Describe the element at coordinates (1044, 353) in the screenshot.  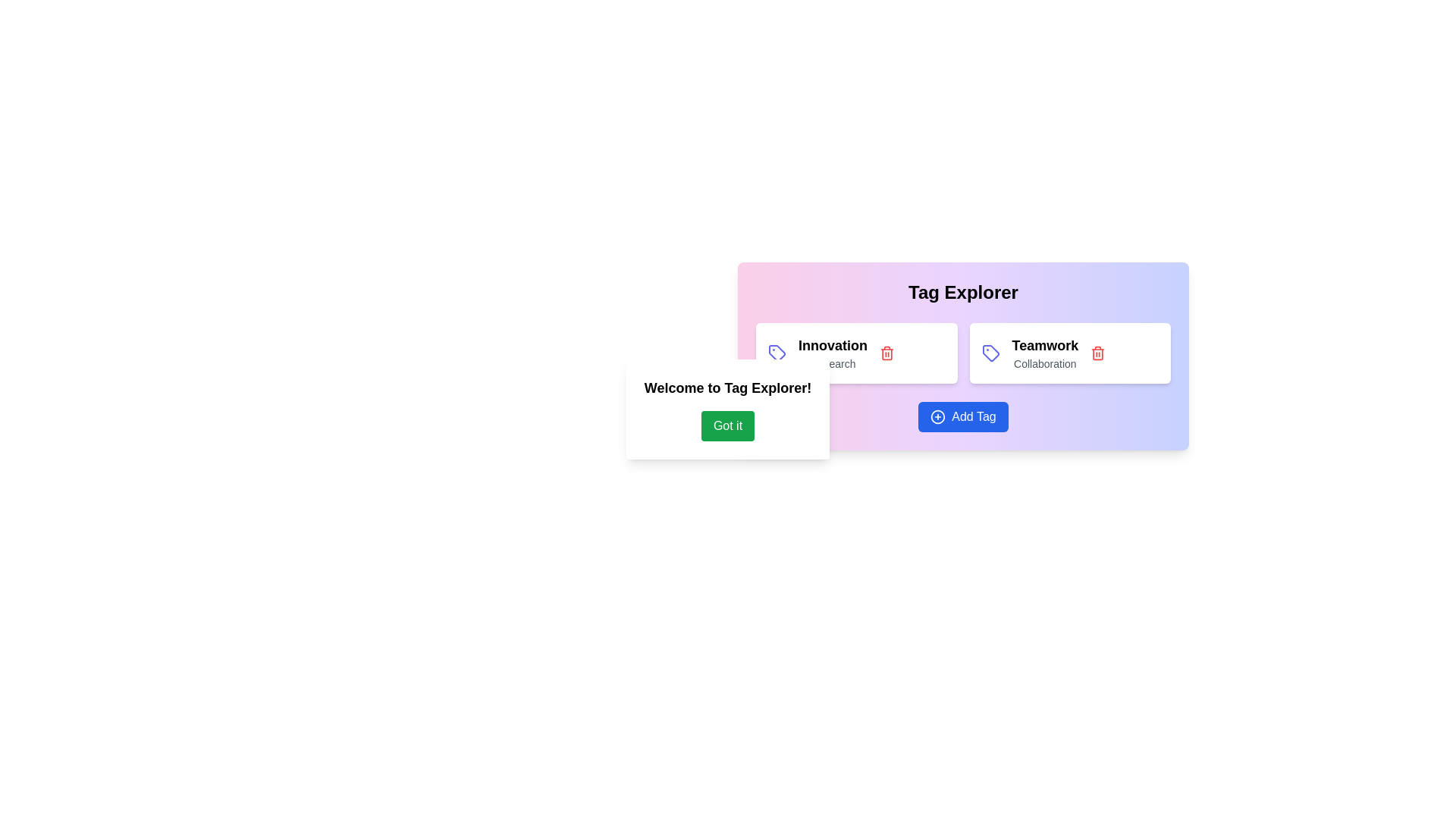
I see `the 'Teamwork' text label` at that location.